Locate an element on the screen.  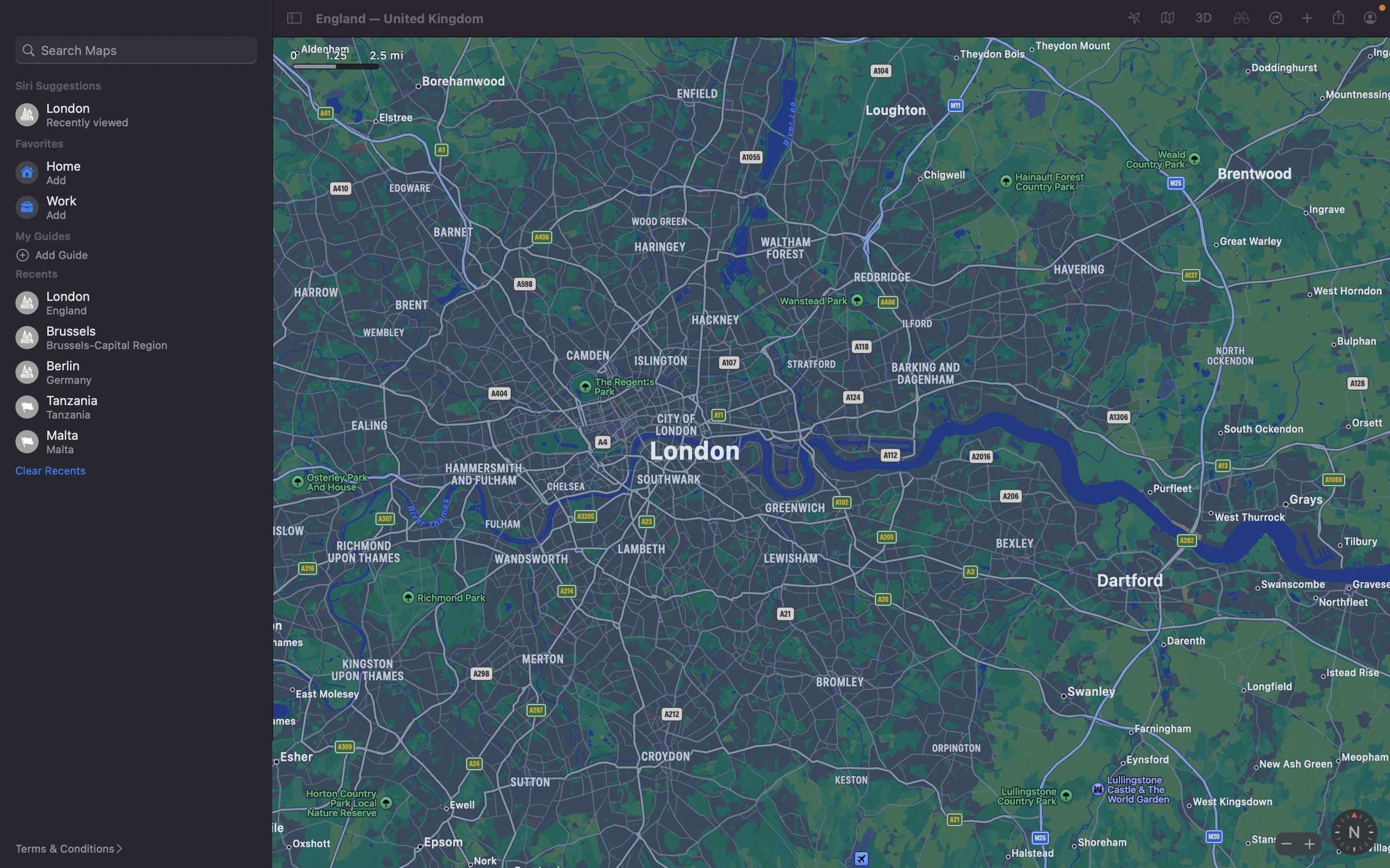
Display your present location on the map is located at coordinates (1134, 18).